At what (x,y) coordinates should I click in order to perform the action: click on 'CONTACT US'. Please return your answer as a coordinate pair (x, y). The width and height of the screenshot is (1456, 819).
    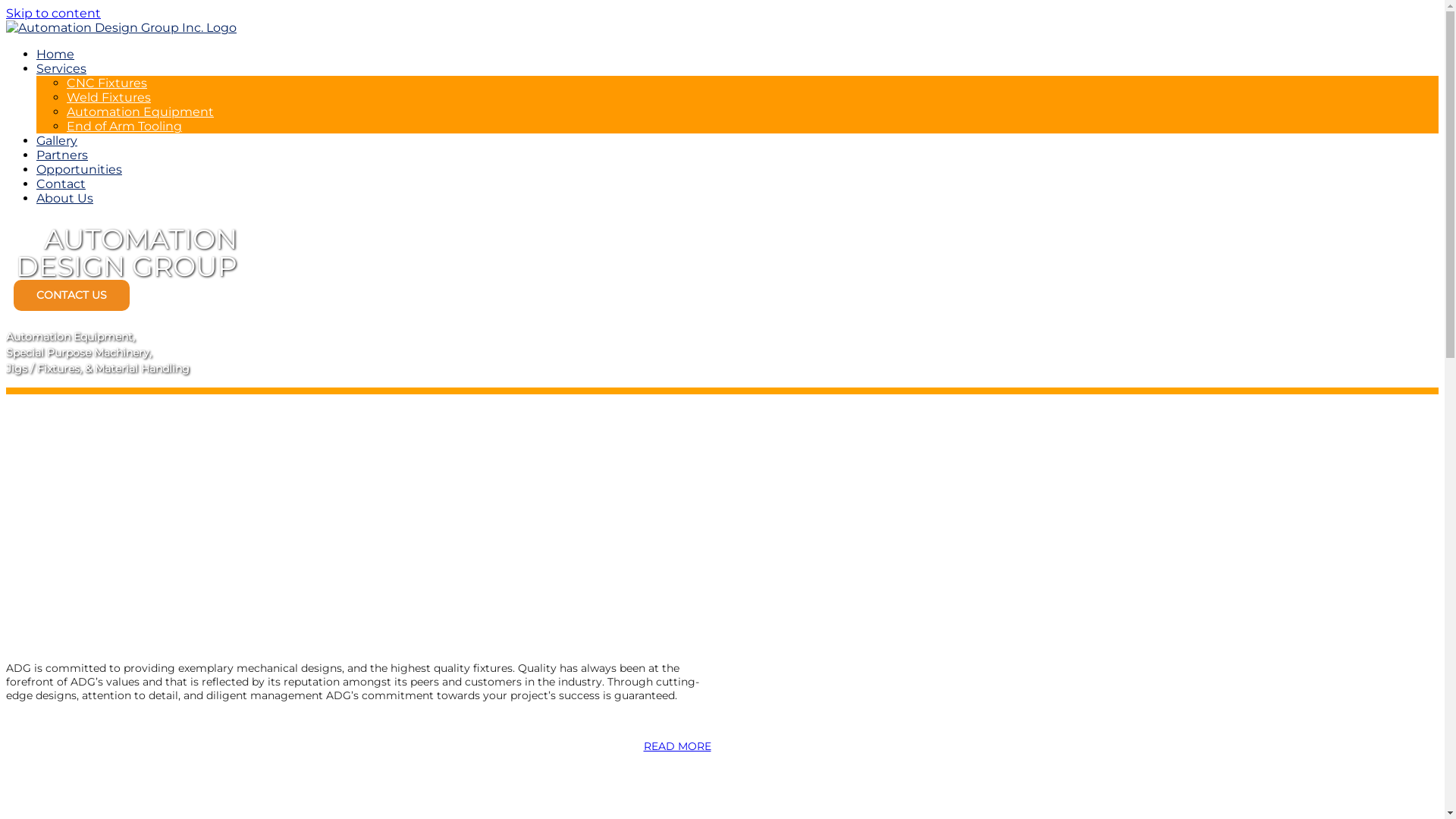
    Looking at the image, I should click on (71, 295).